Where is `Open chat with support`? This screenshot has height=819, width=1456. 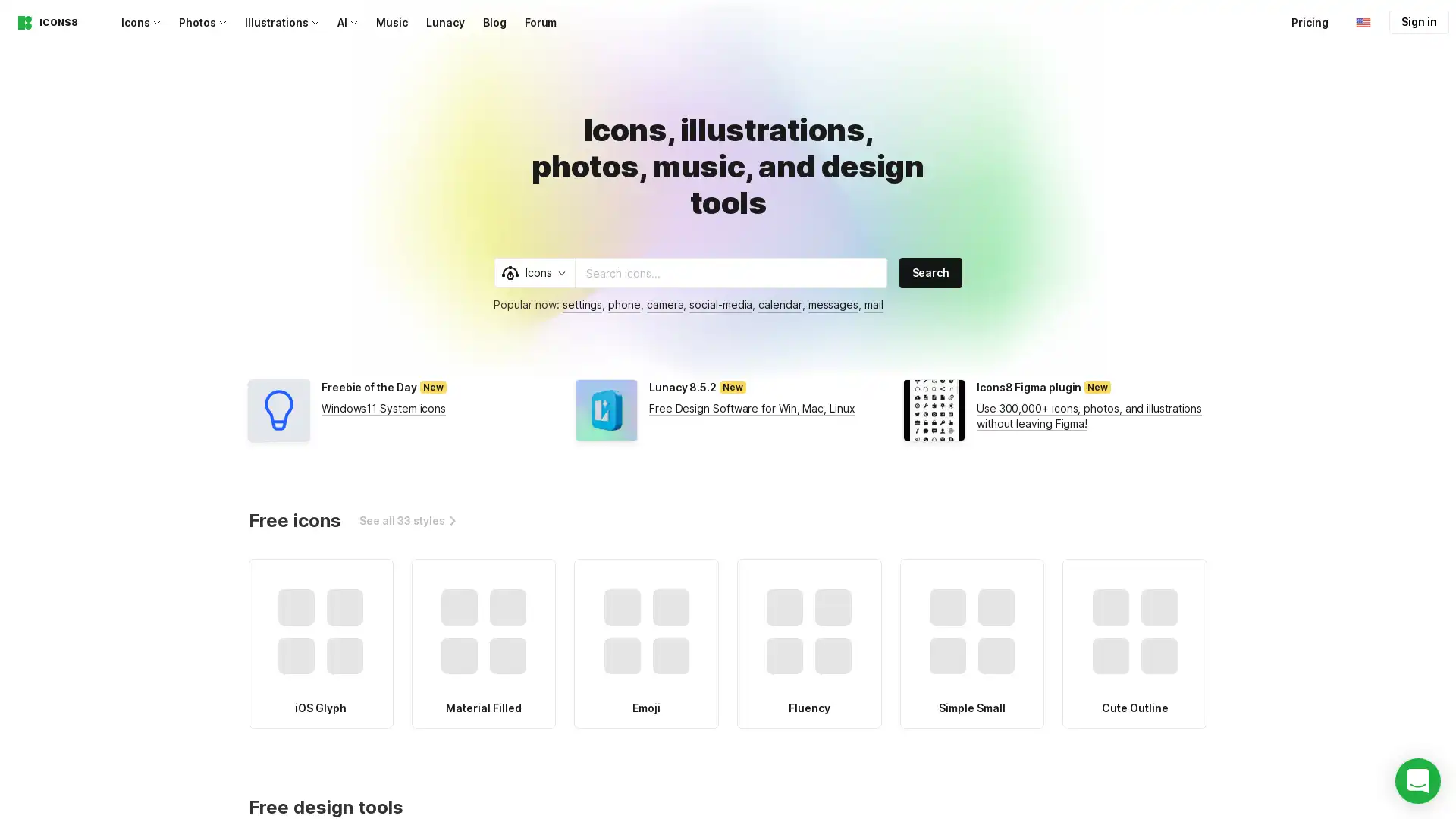 Open chat with support is located at coordinates (1417, 780).